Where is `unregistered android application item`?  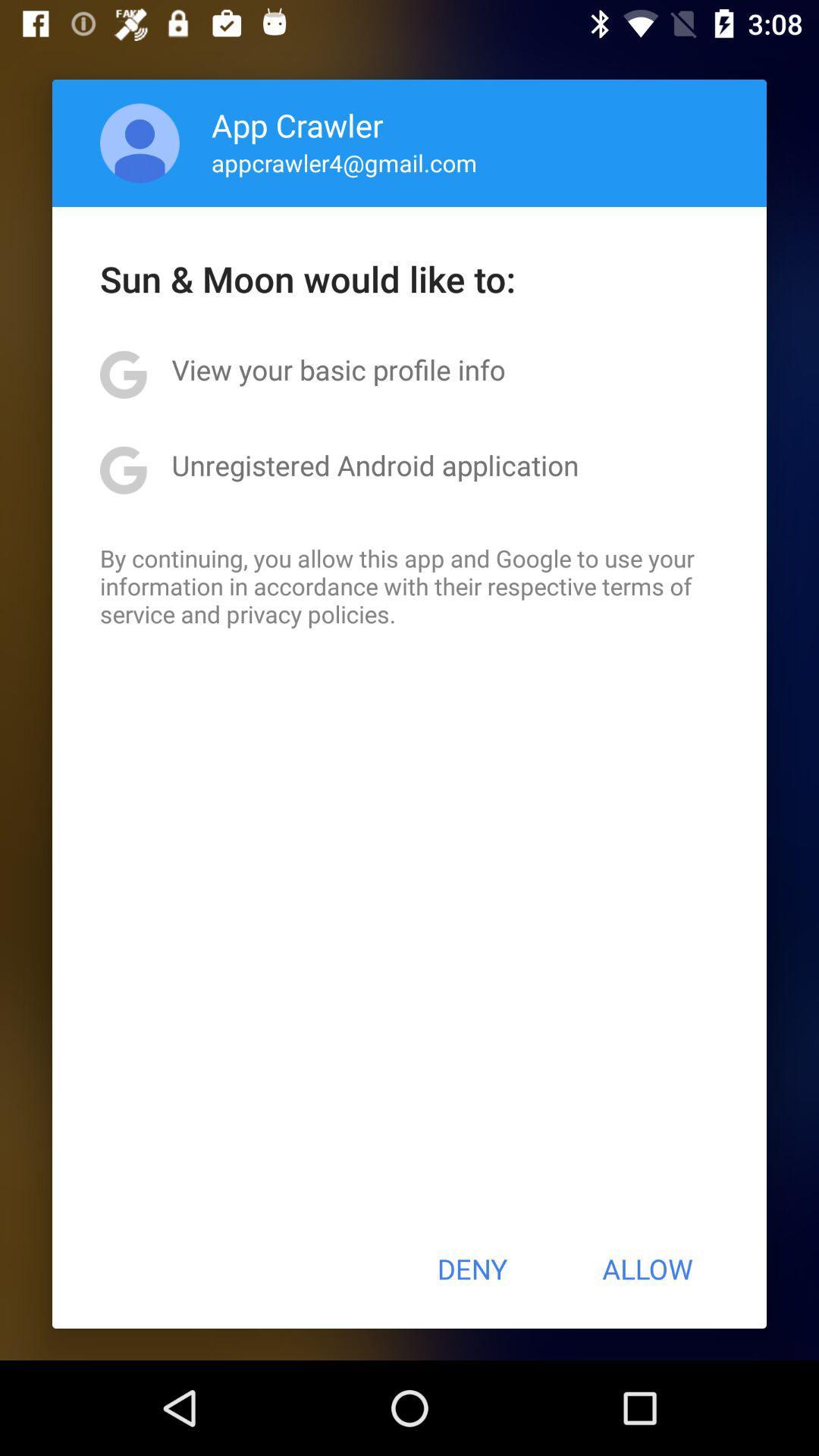 unregistered android application item is located at coordinates (375, 464).